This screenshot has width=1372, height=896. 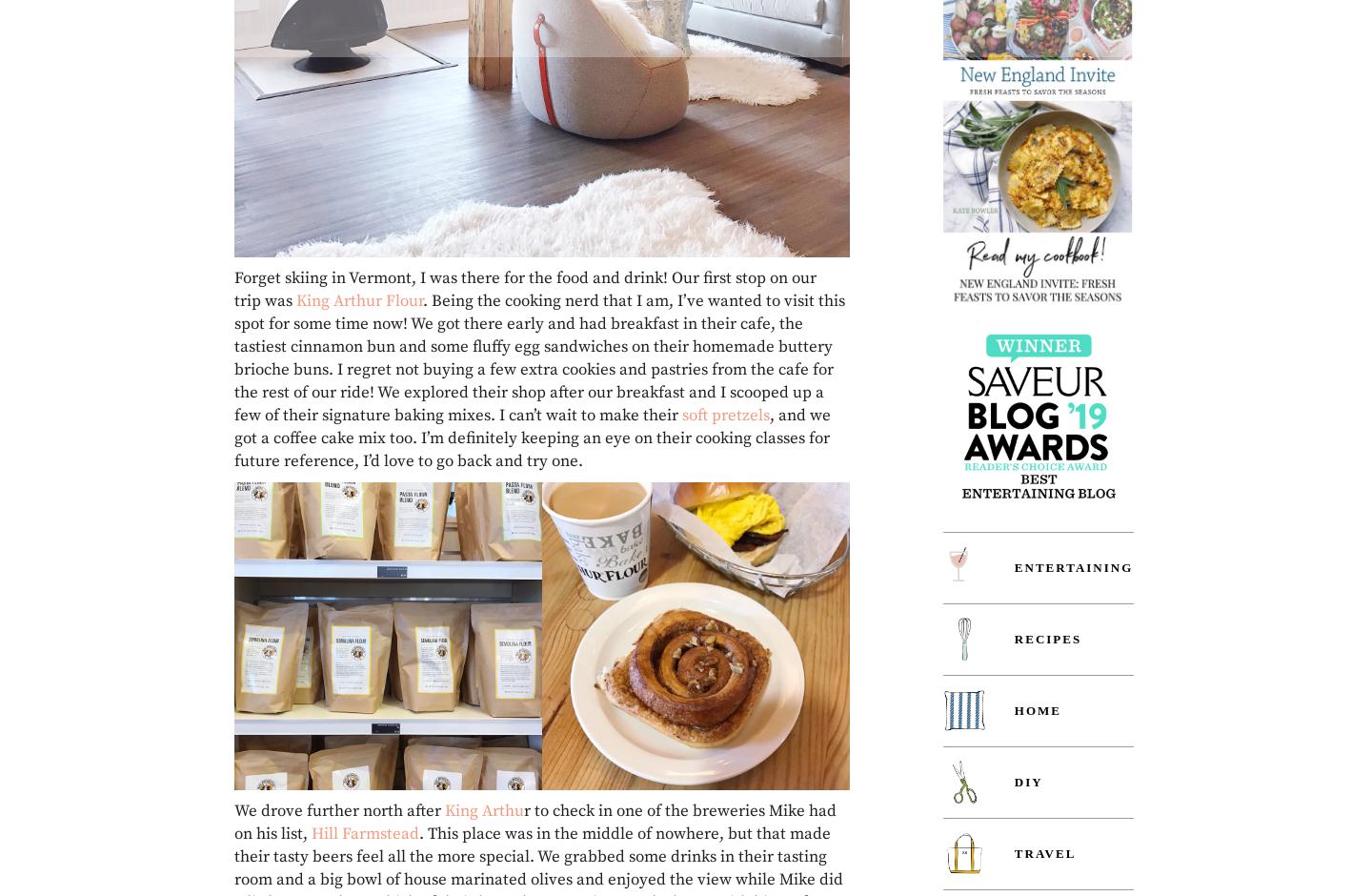 What do you see at coordinates (1046, 637) in the screenshot?
I see `'Recipes'` at bounding box center [1046, 637].